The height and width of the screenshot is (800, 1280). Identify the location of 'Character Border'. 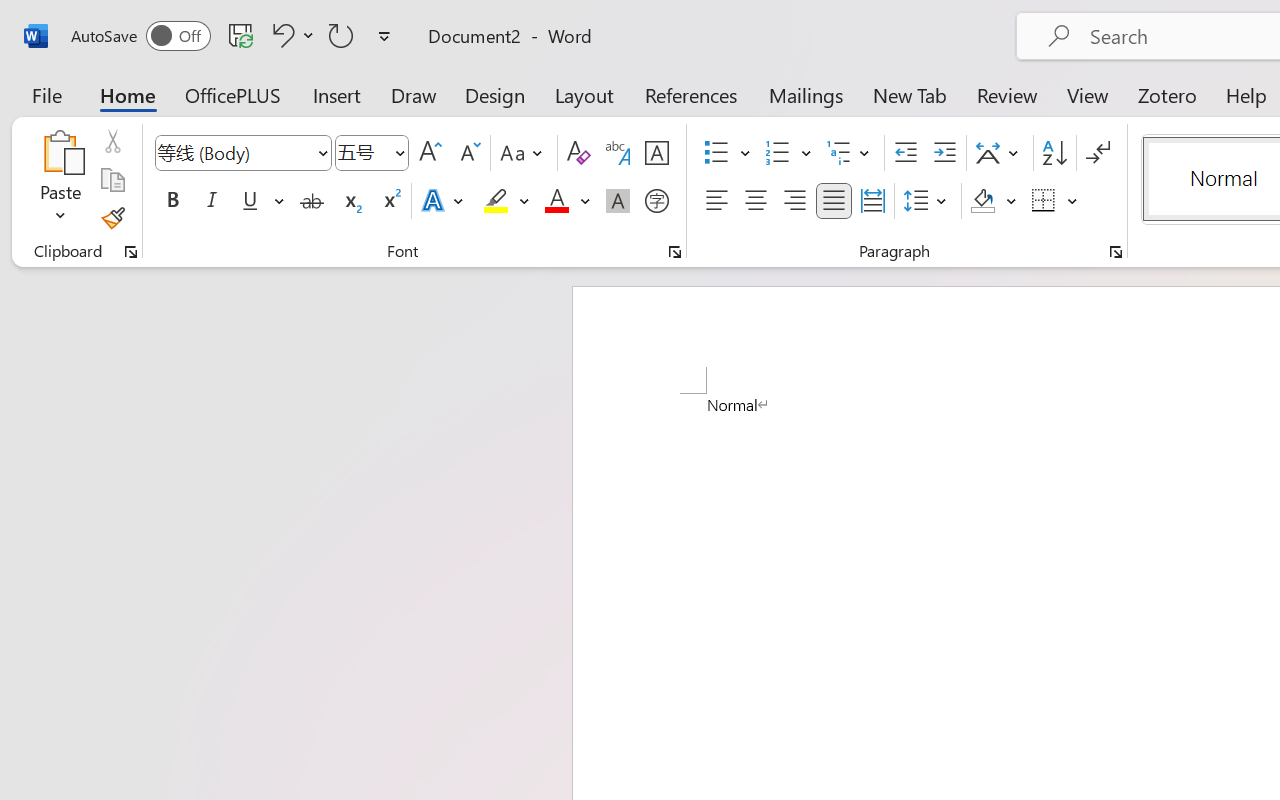
(656, 153).